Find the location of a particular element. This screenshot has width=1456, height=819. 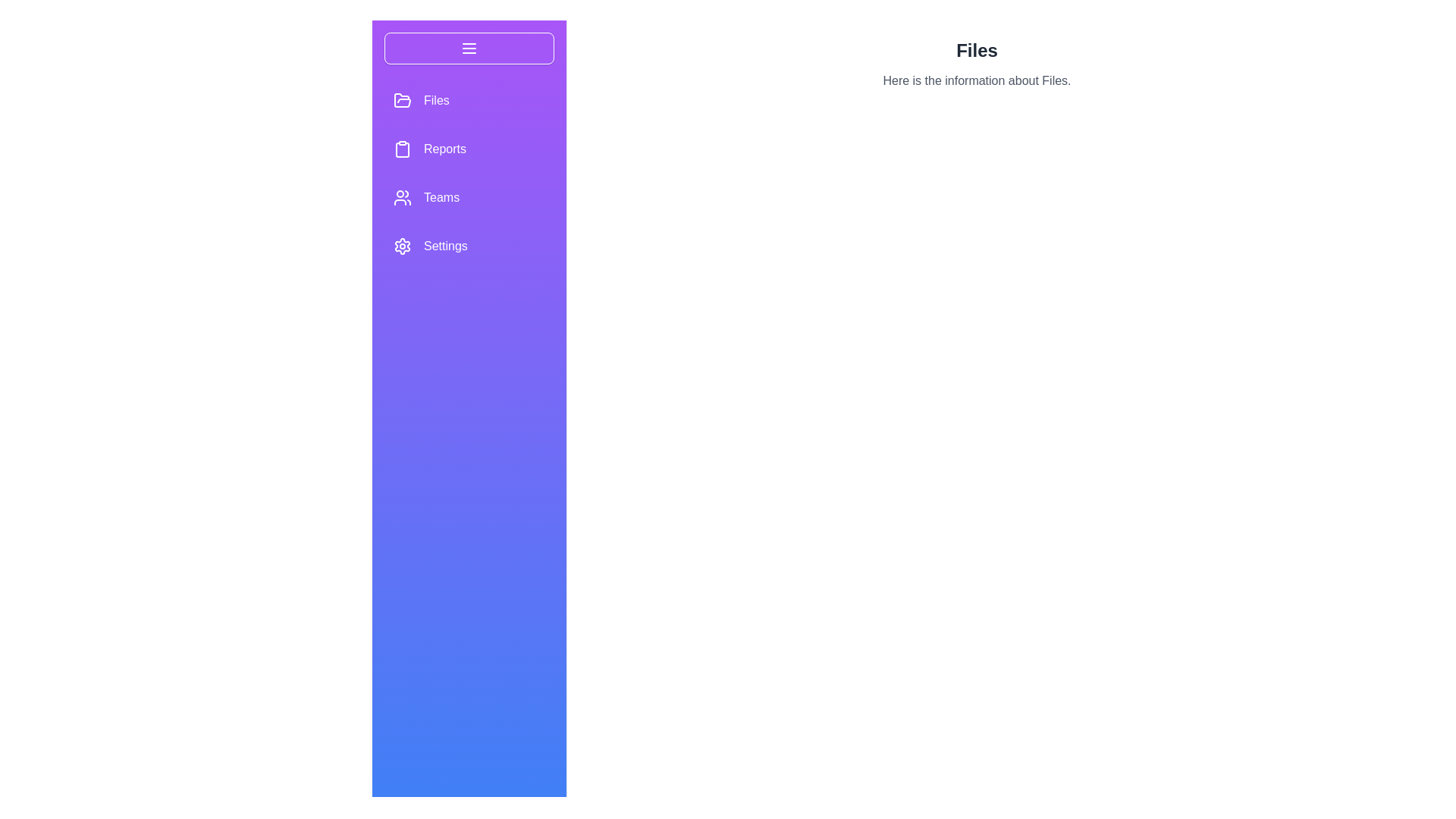

the menu option Files by clicking on its corresponding area is located at coordinates (469, 100).